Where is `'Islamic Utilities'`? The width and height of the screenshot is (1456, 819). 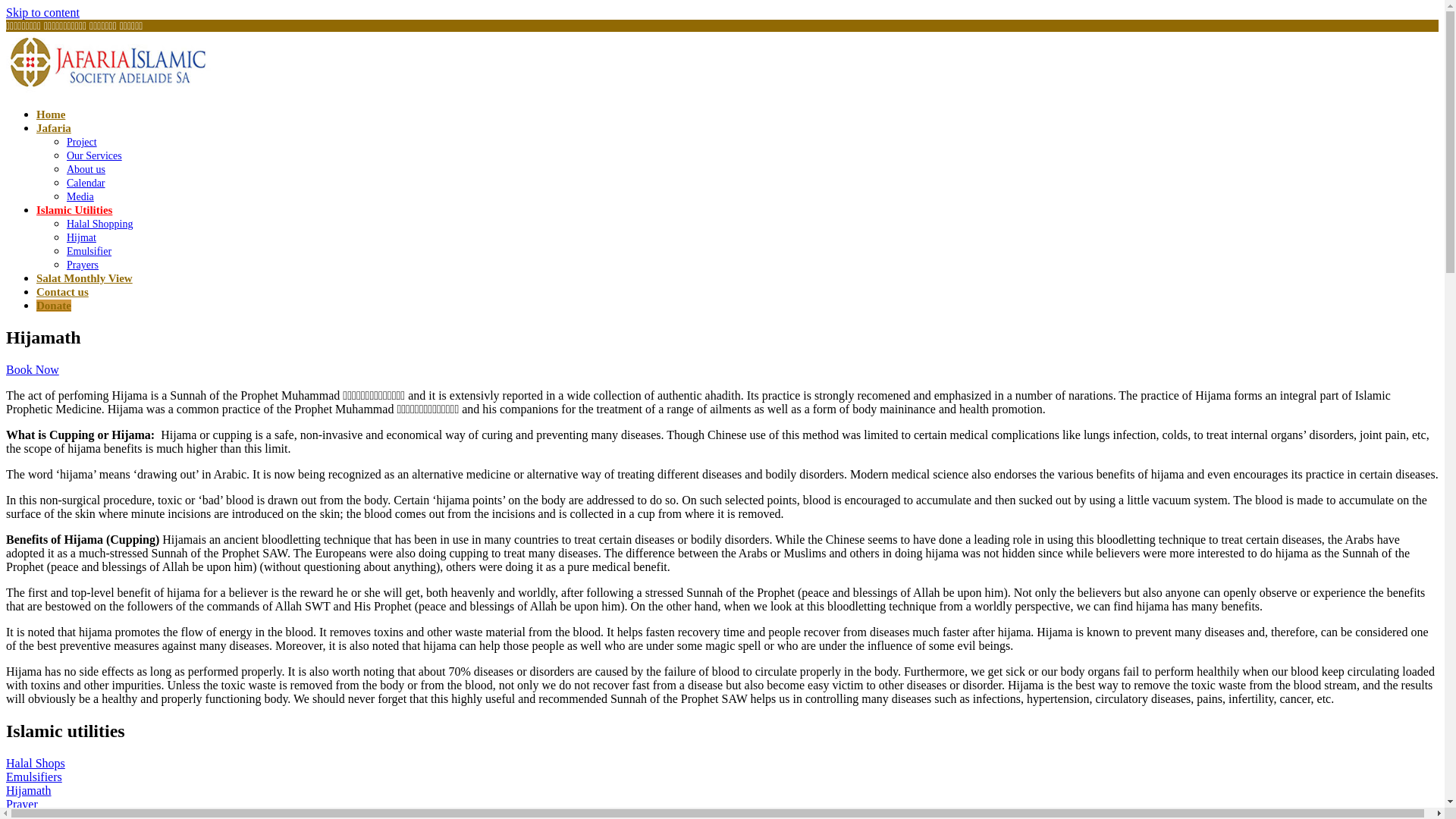
'Islamic Utilities' is located at coordinates (73, 210).